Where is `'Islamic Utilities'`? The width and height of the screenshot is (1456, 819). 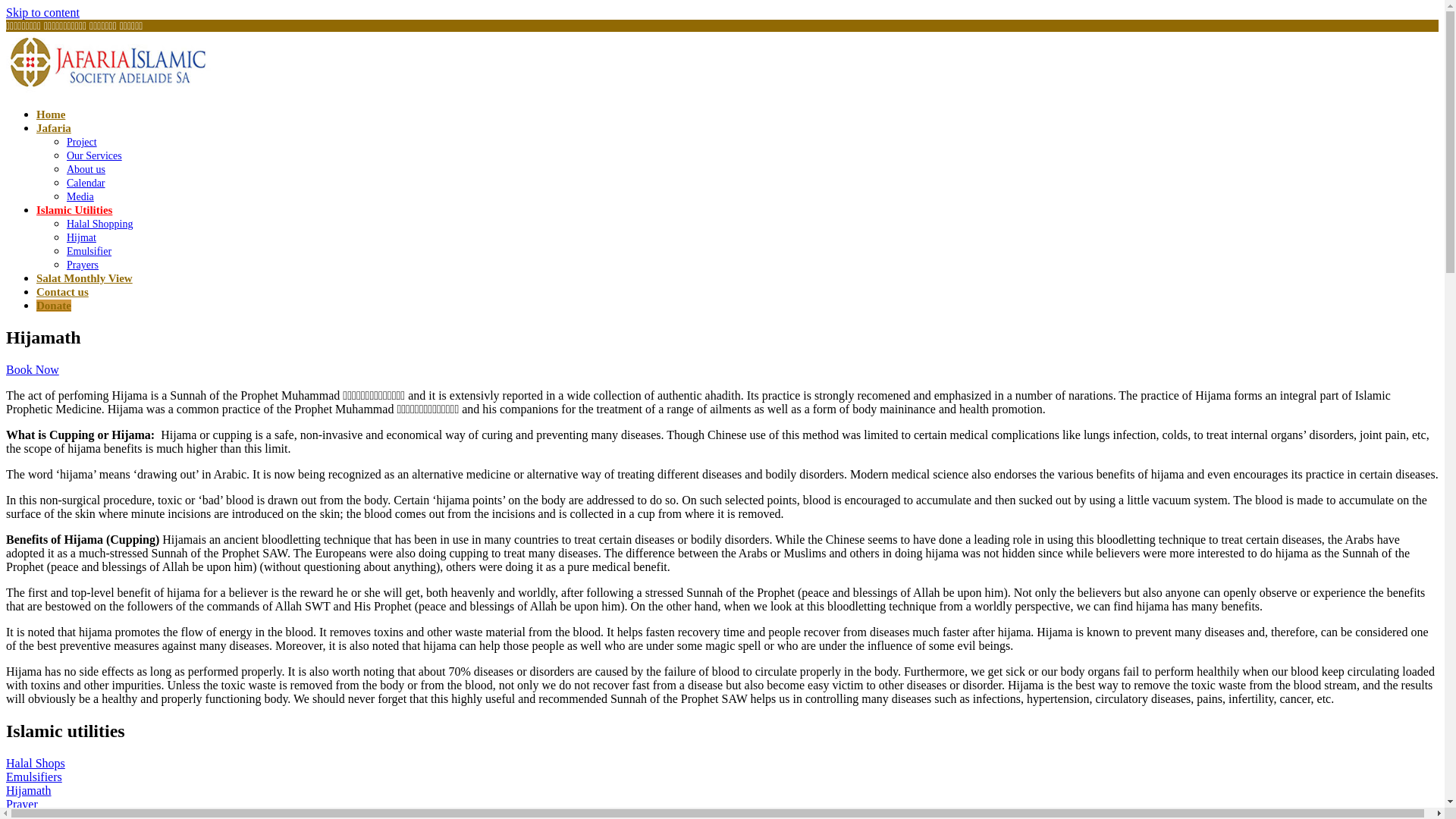
'Islamic Utilities' is located at coordinates (73, 210).